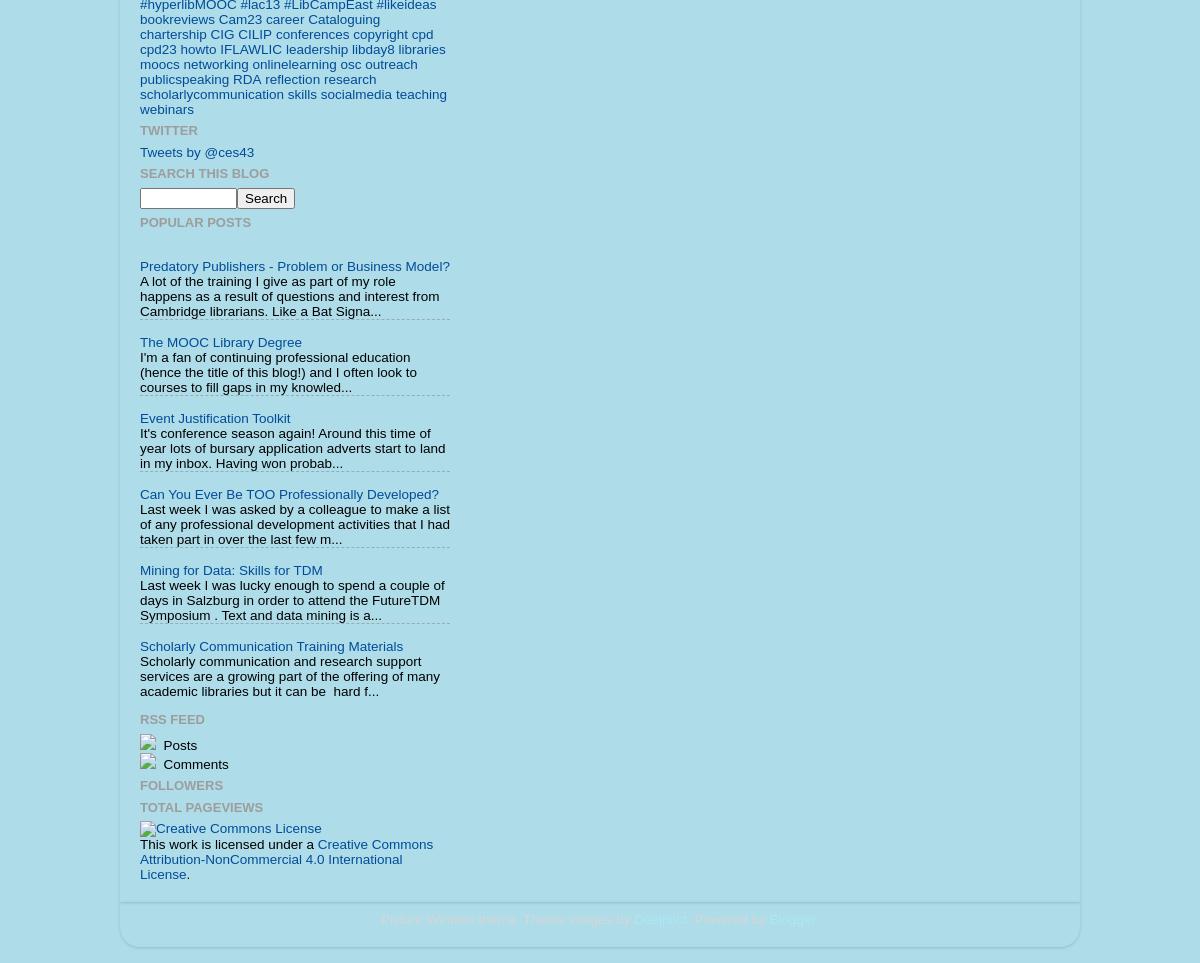  Describe the element at coordinates (350, 63) in the screenshot. I see `'osc'` at that location.